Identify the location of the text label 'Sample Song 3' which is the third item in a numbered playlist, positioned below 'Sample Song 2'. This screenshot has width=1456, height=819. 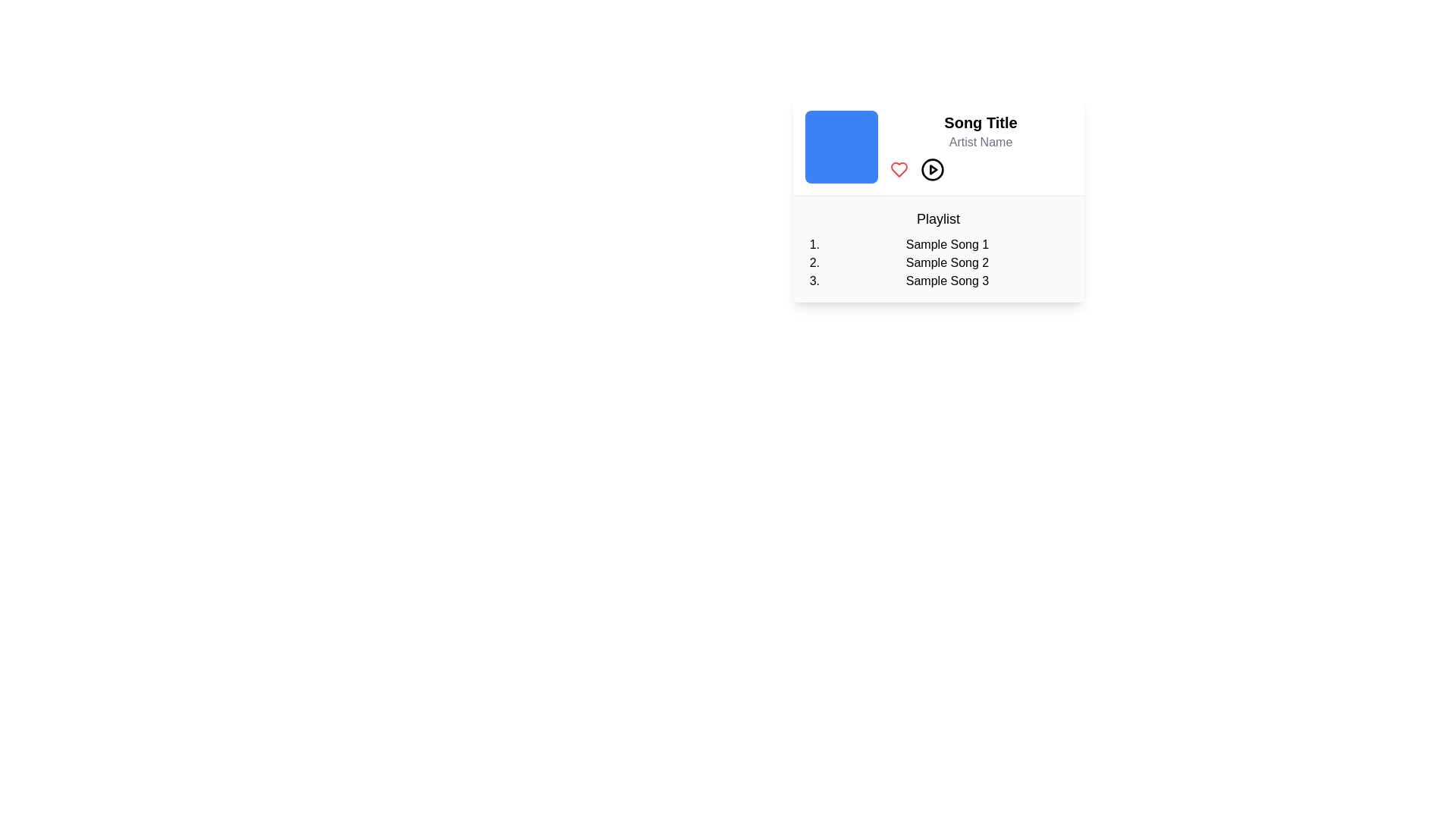
(946, 281).